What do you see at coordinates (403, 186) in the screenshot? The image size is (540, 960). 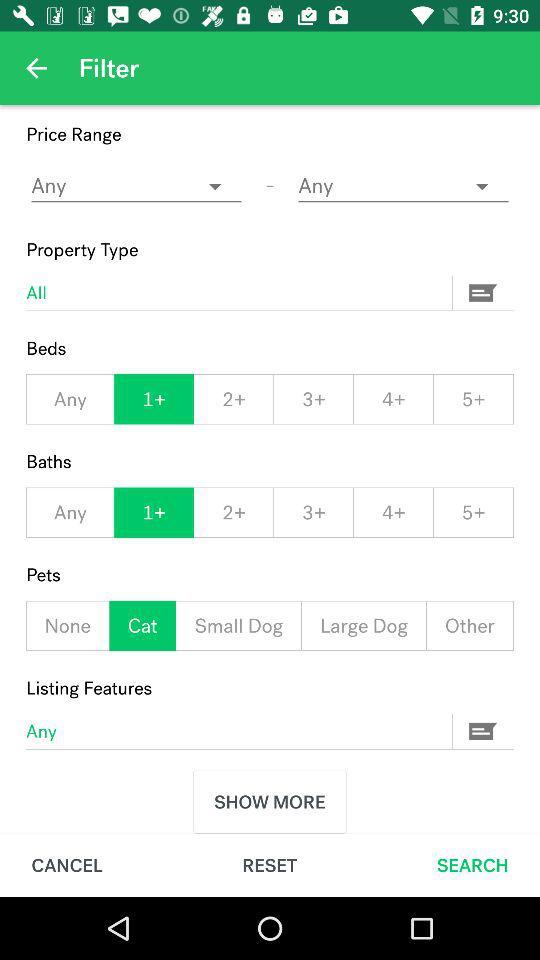 I see `second drop down` at bounding box center [403, 186].